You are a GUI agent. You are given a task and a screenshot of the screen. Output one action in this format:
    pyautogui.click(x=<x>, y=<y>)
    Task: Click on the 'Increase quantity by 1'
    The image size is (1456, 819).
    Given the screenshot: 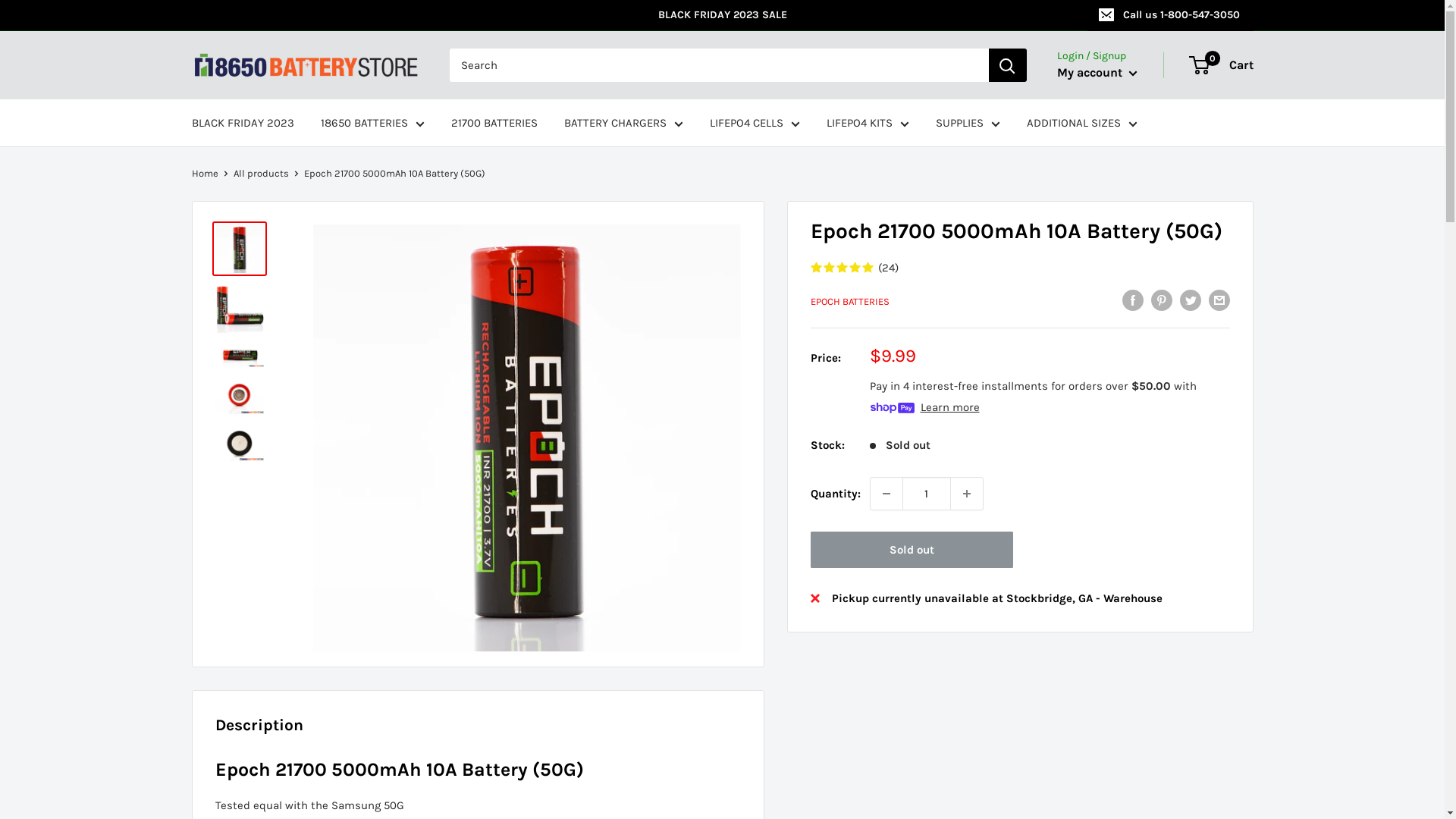 What is the action you would take?
    pyautogui.click(x=949, y=494)
    